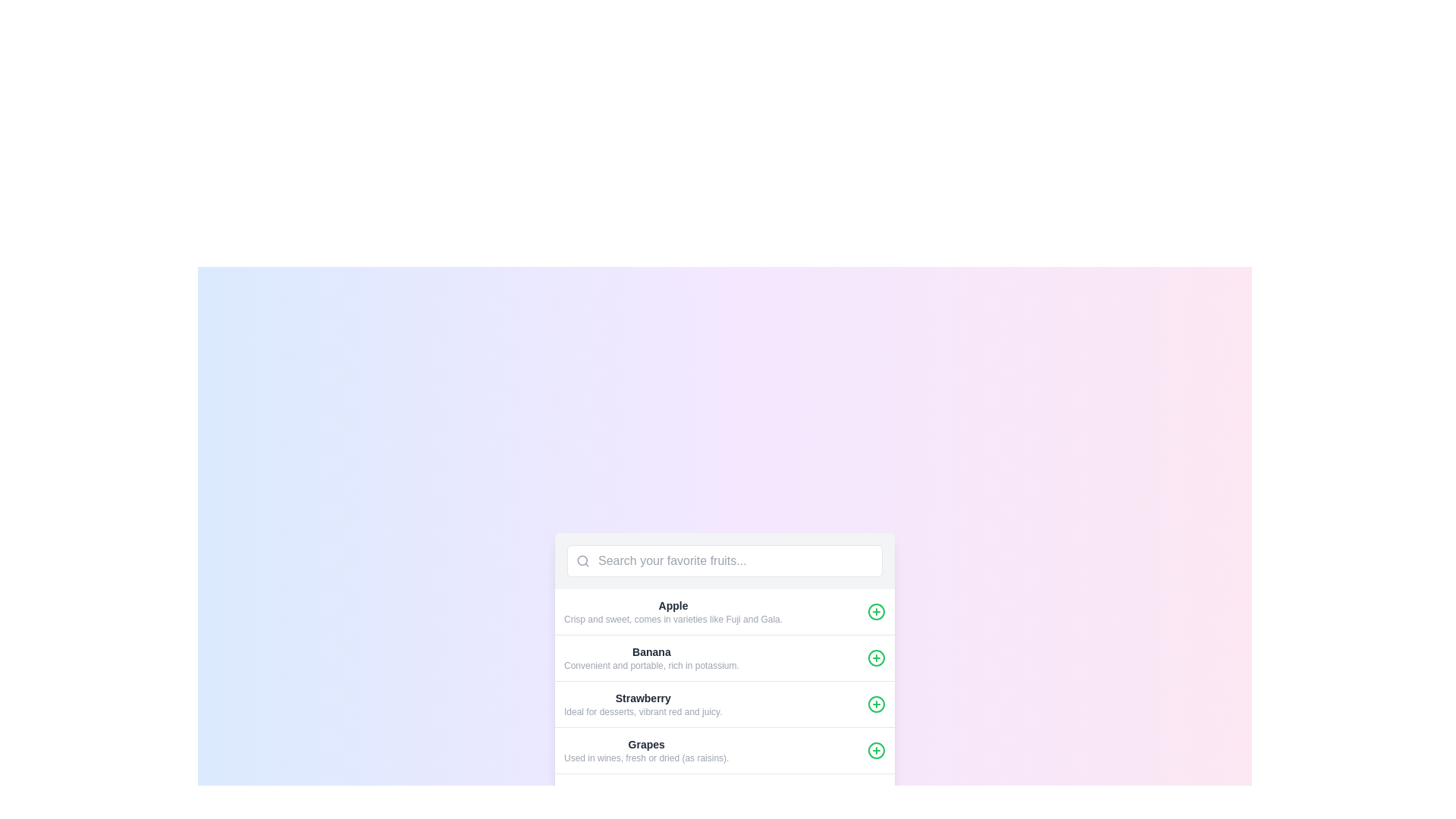  What do you see at coordinates (673, 620) in the screenshot?
I see `the label text that describes the varieties of apples, specifically the text 'Crisp and sweet, comes in varieties like Fuji and Gala.' which is located below the title 'Apple'` at bounding box center [673, 620].